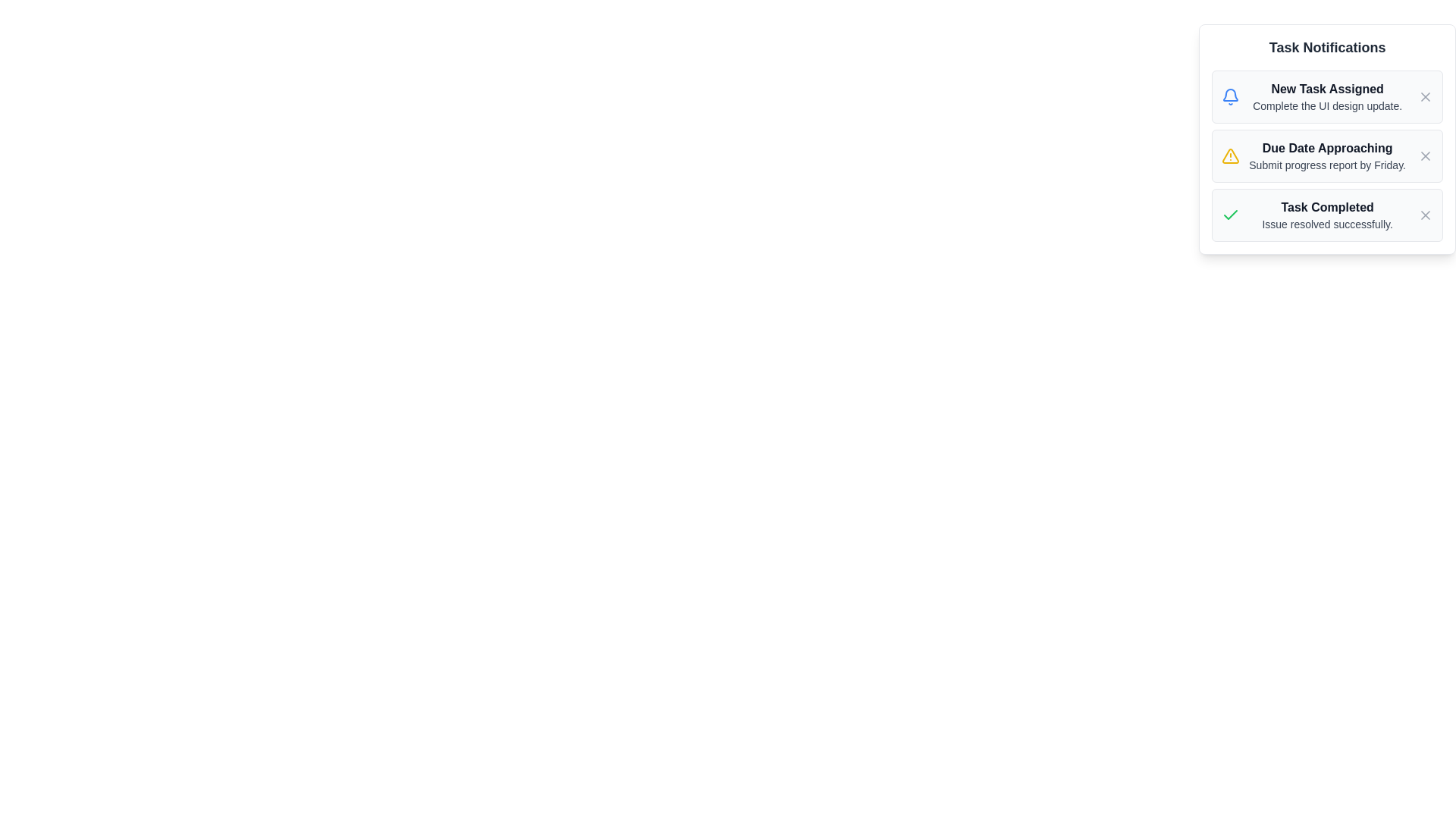 The height and width of the screenshot is (819, 1456). What do you see at coordinates (1326, 215) in the screenshot?
I see `the third notification item in the 'Task Notifications' section, which provides information about a completed task and is located between 'Due Date Approaching' and an interactive 'X' icon` at bounding box center [1326, 215].